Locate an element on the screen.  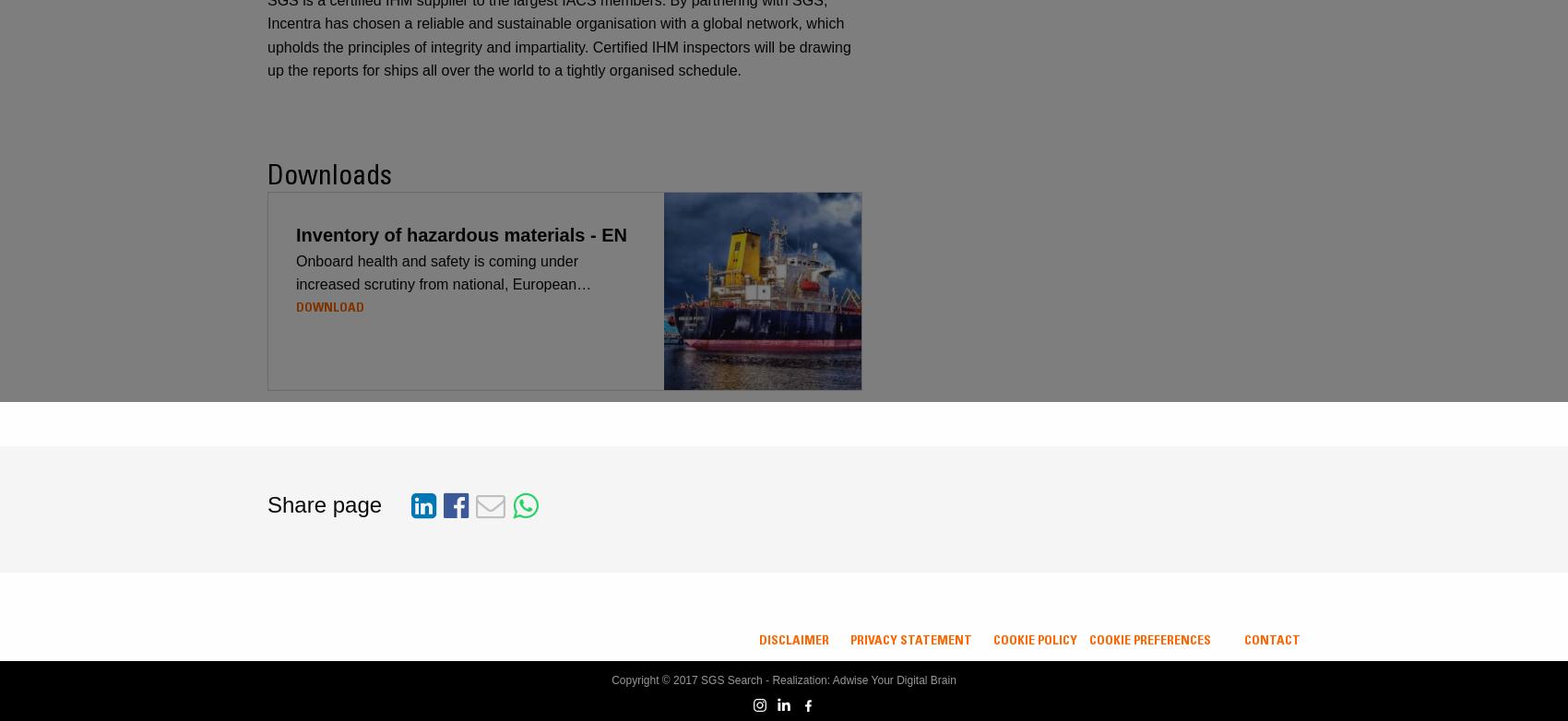
'Contact' is located at coordinates (1272, 639).